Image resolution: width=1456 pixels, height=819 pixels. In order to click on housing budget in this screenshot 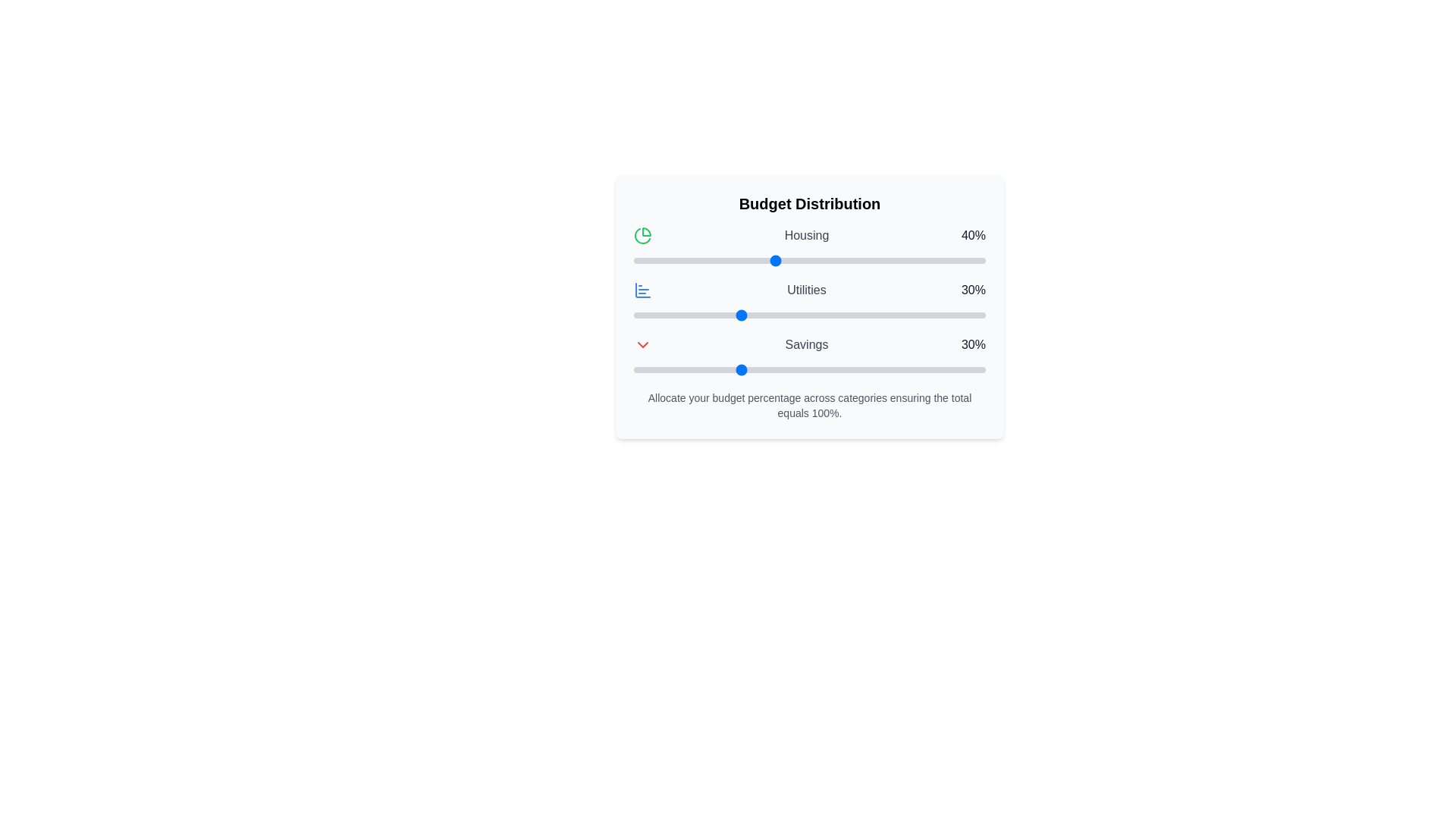, I will do `click(858, 259)`.